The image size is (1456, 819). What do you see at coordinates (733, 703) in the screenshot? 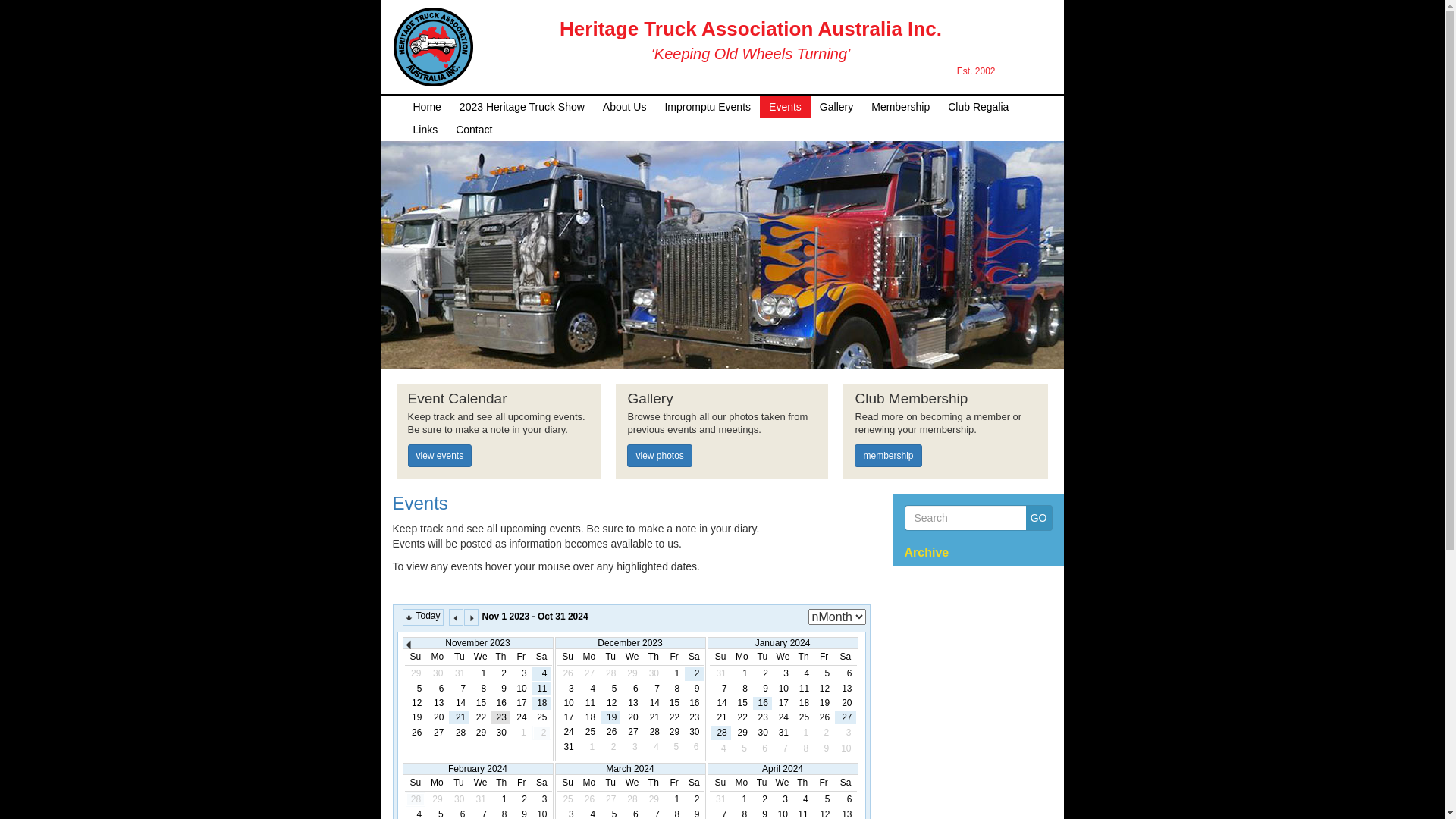
I see `'15'` at bounding box center [733, 703].